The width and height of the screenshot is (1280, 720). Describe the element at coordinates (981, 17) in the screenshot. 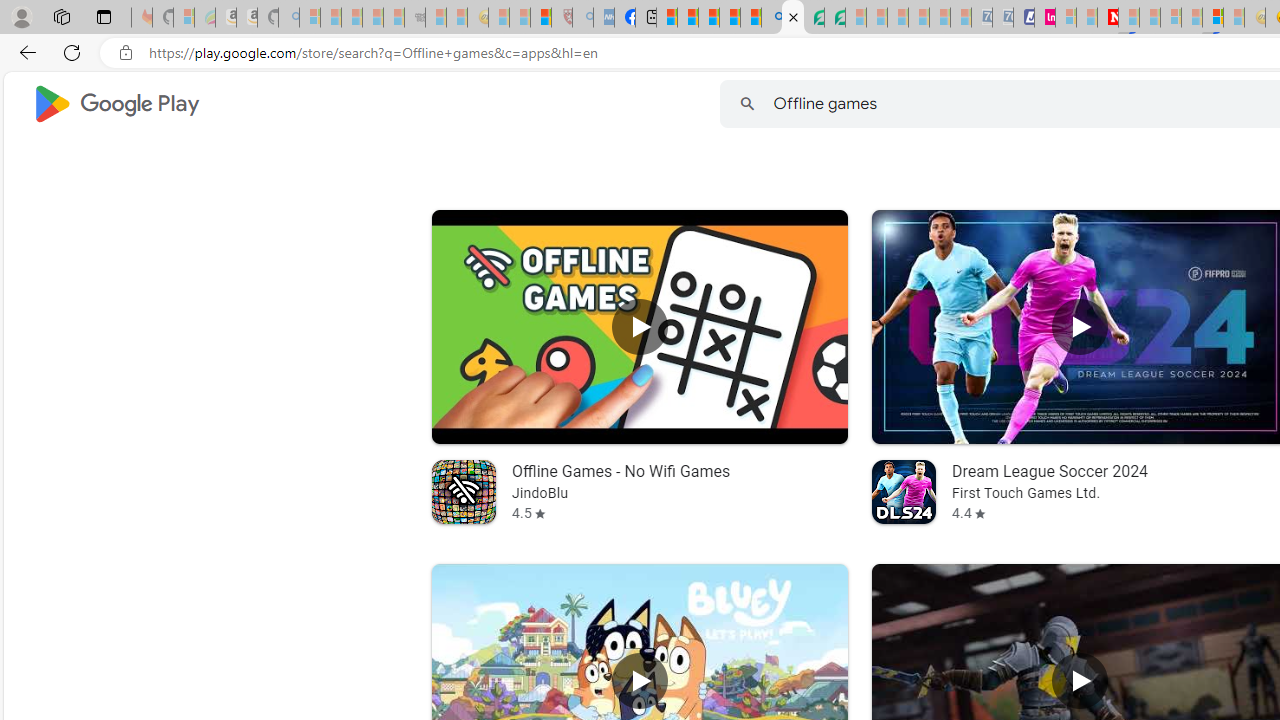

I see `'Cheap Car Rentals - Save70.com - Sleeping'` at that location.